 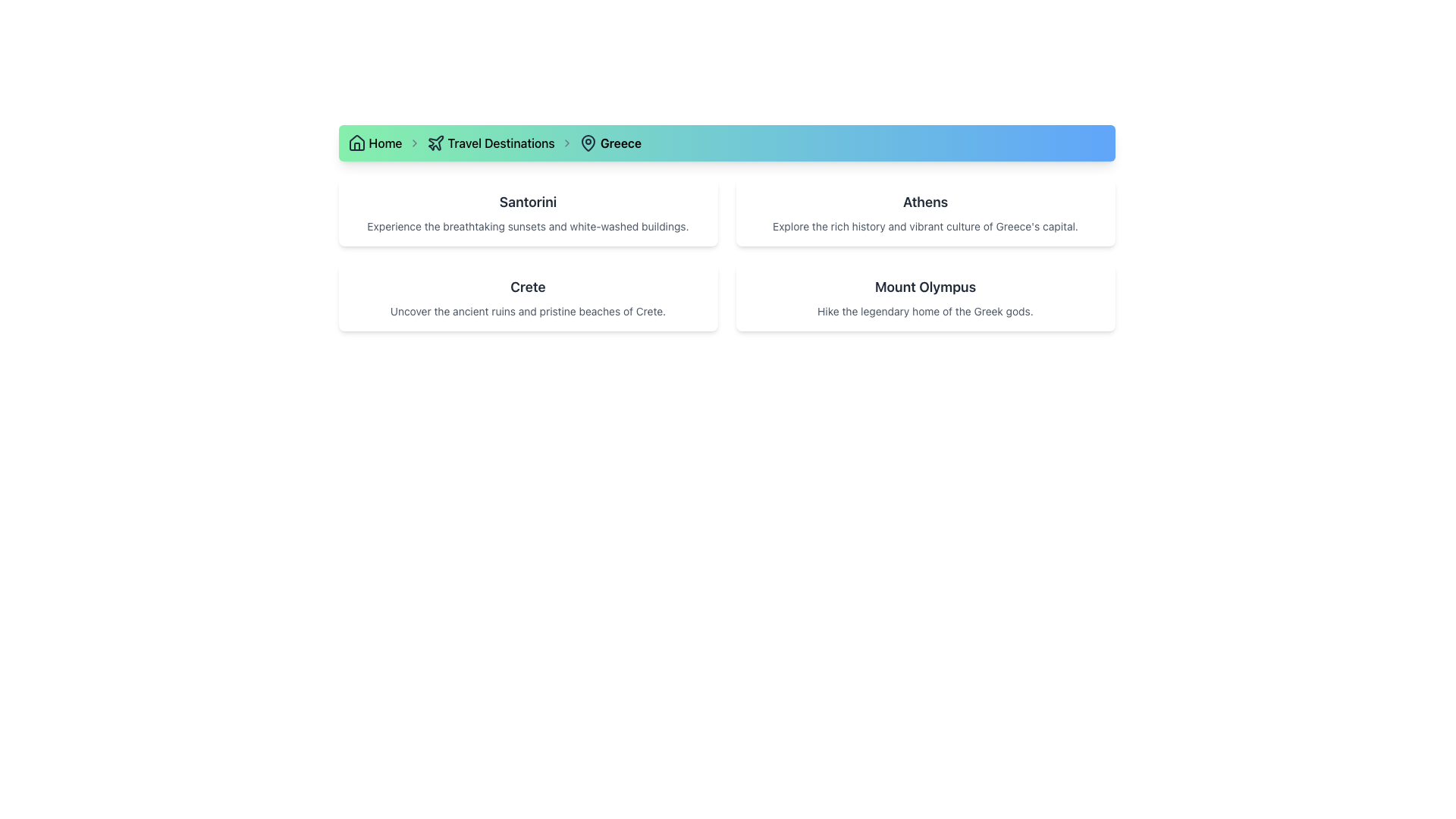 What do you see at coordinates (528, 227) in the screenshot?
I see `text element displaying 'Experience the breathtaking sunsets and white-washed buildings.' located below the title 'Santorini'` at bounding box center [528, 227].